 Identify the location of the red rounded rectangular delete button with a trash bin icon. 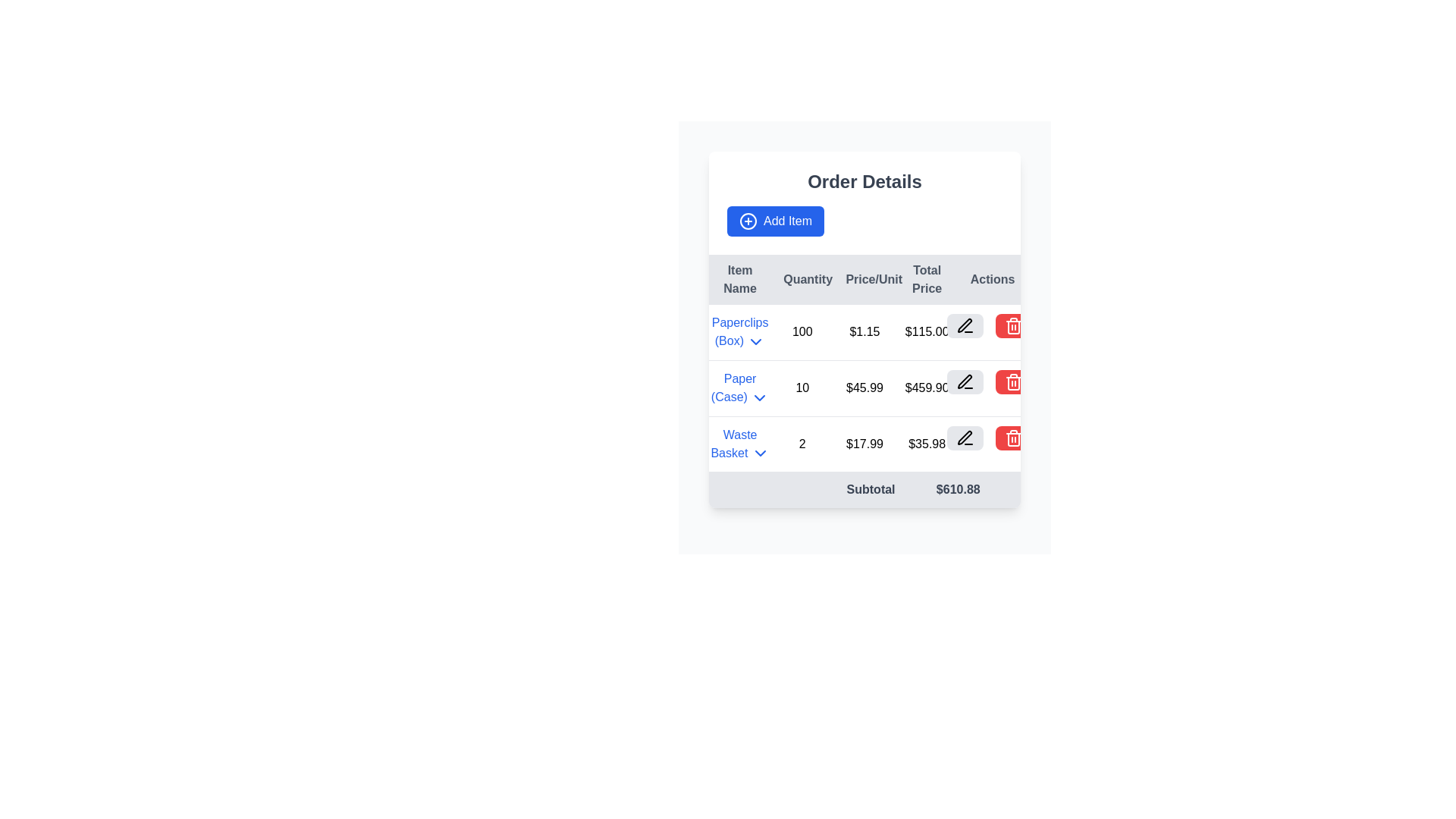
(1013, 325).